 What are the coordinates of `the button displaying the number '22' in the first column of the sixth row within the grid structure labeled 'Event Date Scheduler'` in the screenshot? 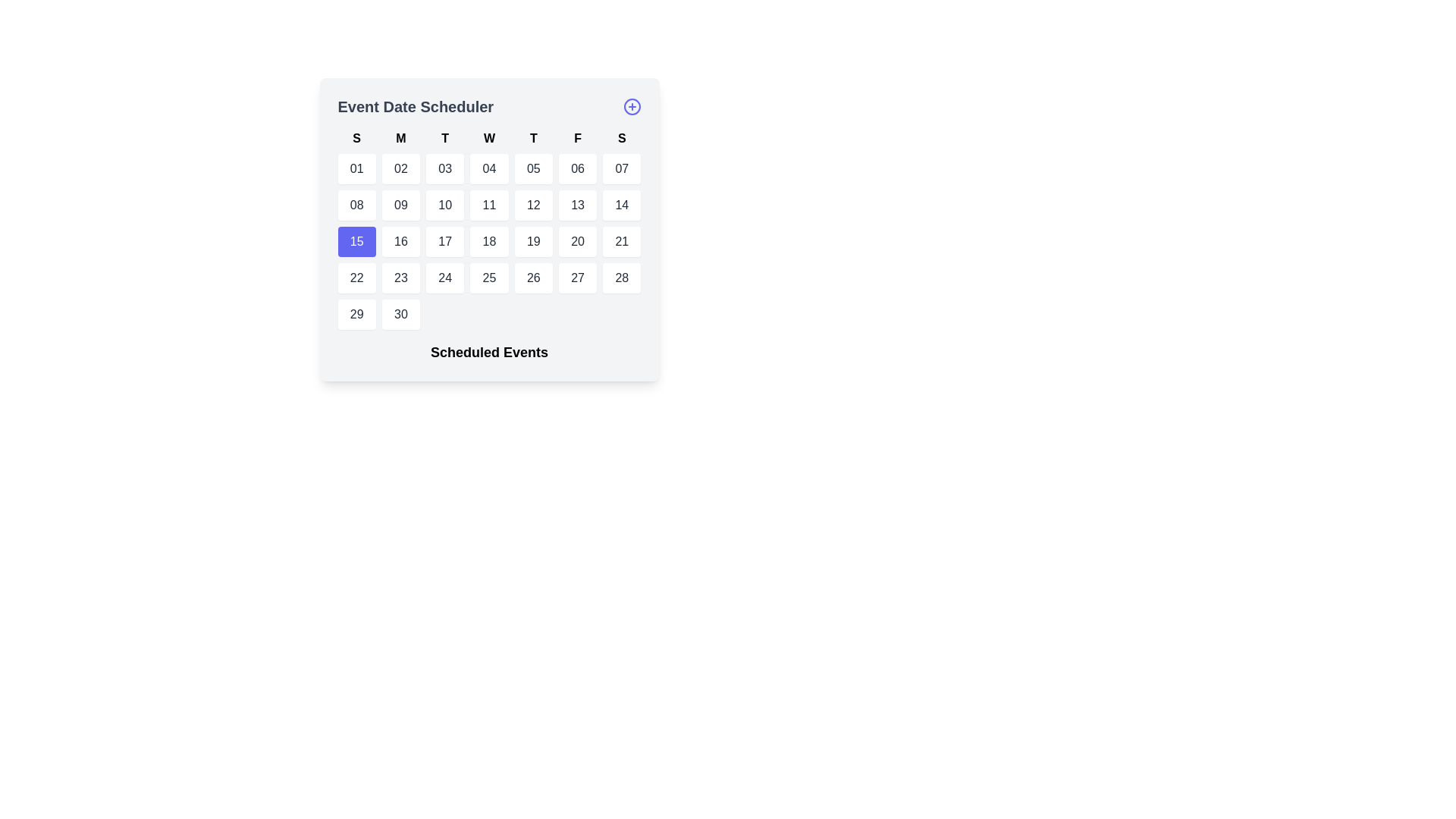 It's located at (356, 278).